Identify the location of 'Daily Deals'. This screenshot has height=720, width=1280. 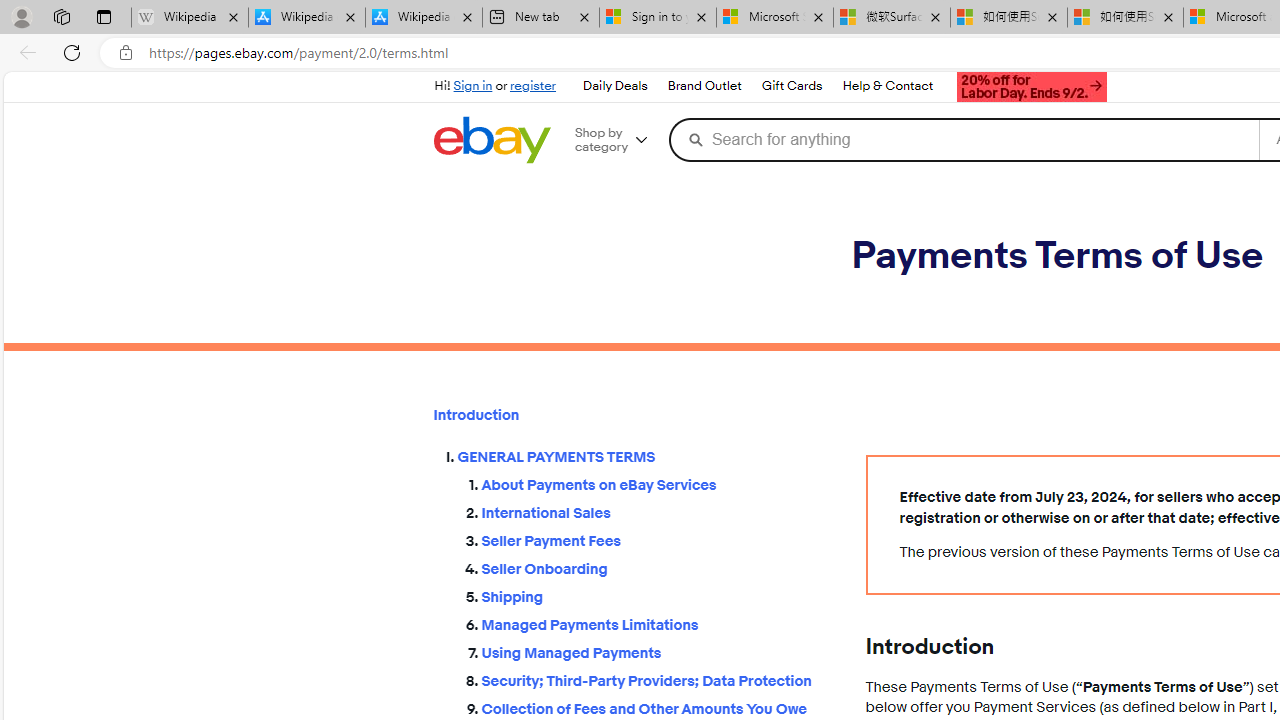
(614, 86).